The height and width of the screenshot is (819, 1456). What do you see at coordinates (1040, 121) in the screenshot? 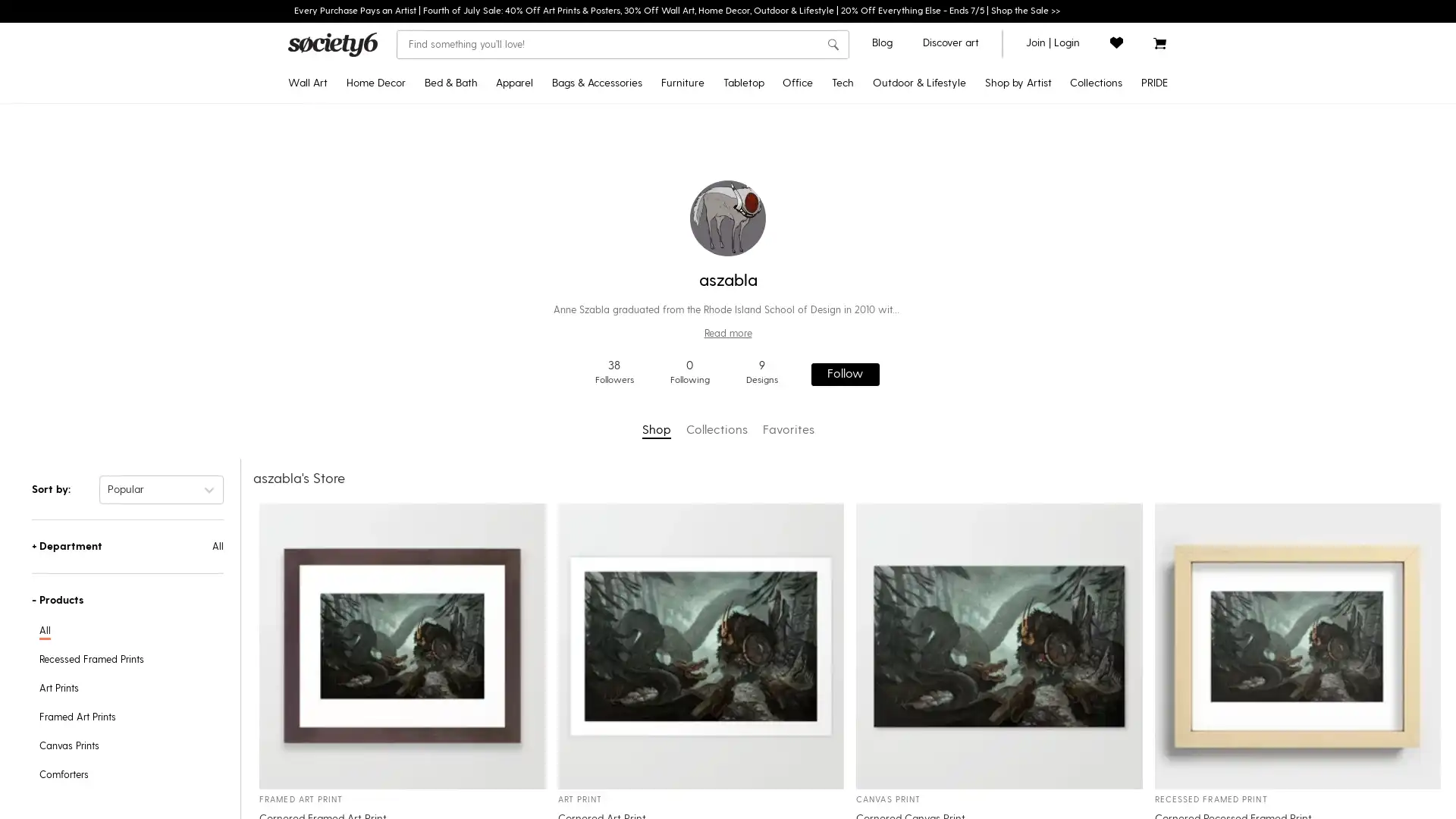
I see `Pride MonthNEW` at bounding box center [1040, 121].